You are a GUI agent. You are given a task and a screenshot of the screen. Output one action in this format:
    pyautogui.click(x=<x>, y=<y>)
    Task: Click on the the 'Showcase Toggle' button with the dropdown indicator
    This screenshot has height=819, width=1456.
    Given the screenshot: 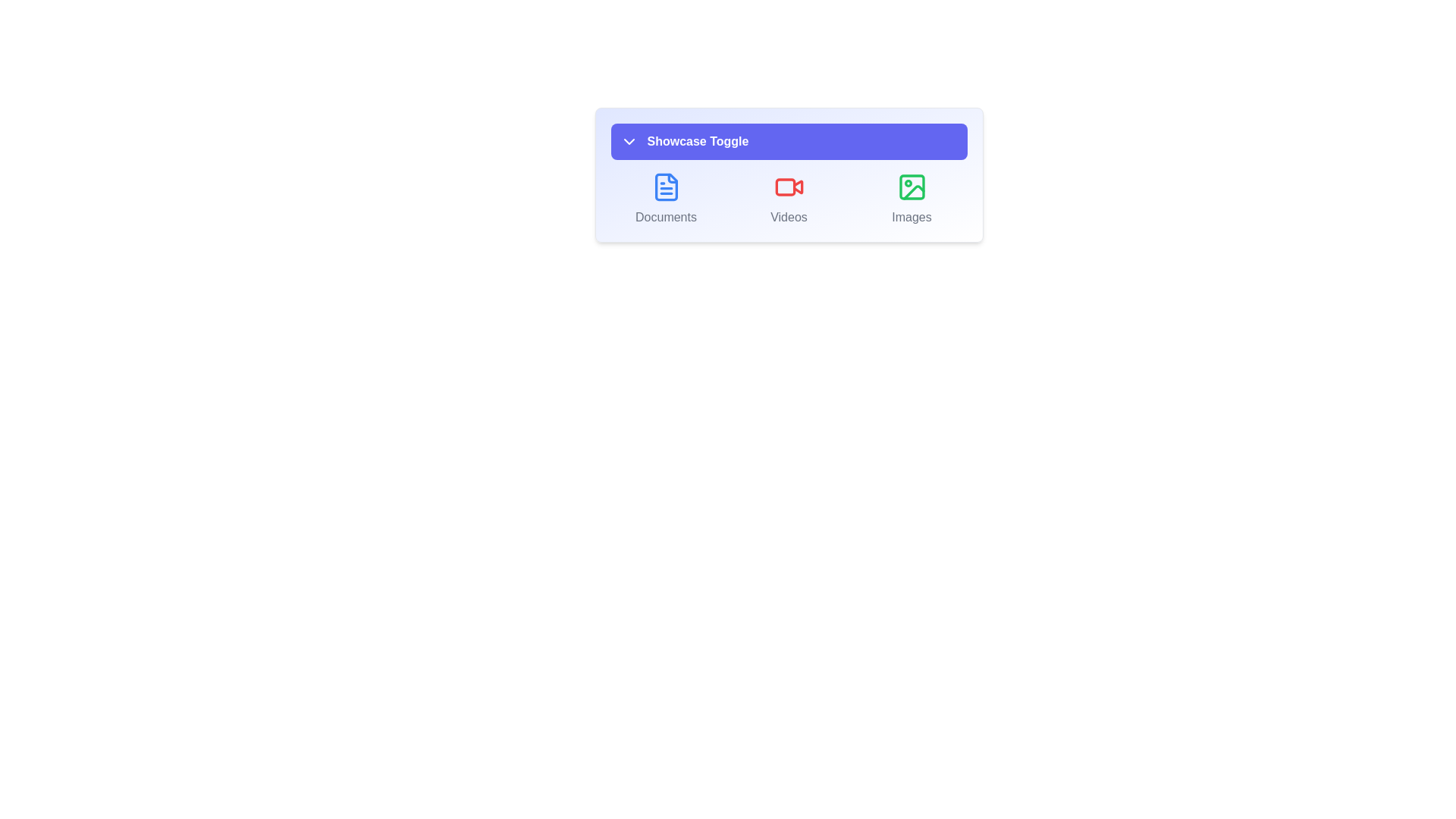 What is the action you would take?
    pyautogui.click(x=789, y=141)
    